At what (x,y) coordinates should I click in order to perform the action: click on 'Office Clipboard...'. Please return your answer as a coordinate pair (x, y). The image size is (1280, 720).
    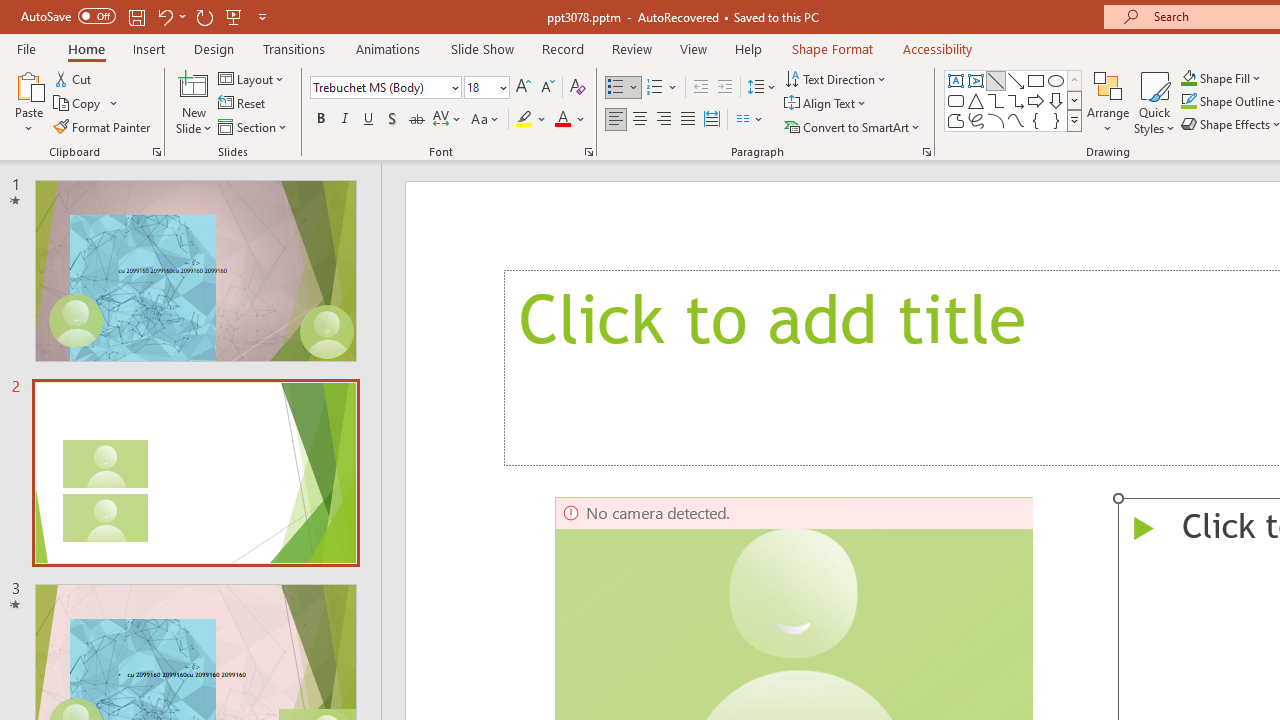
    Looking at the image, I should click on (155, 150).